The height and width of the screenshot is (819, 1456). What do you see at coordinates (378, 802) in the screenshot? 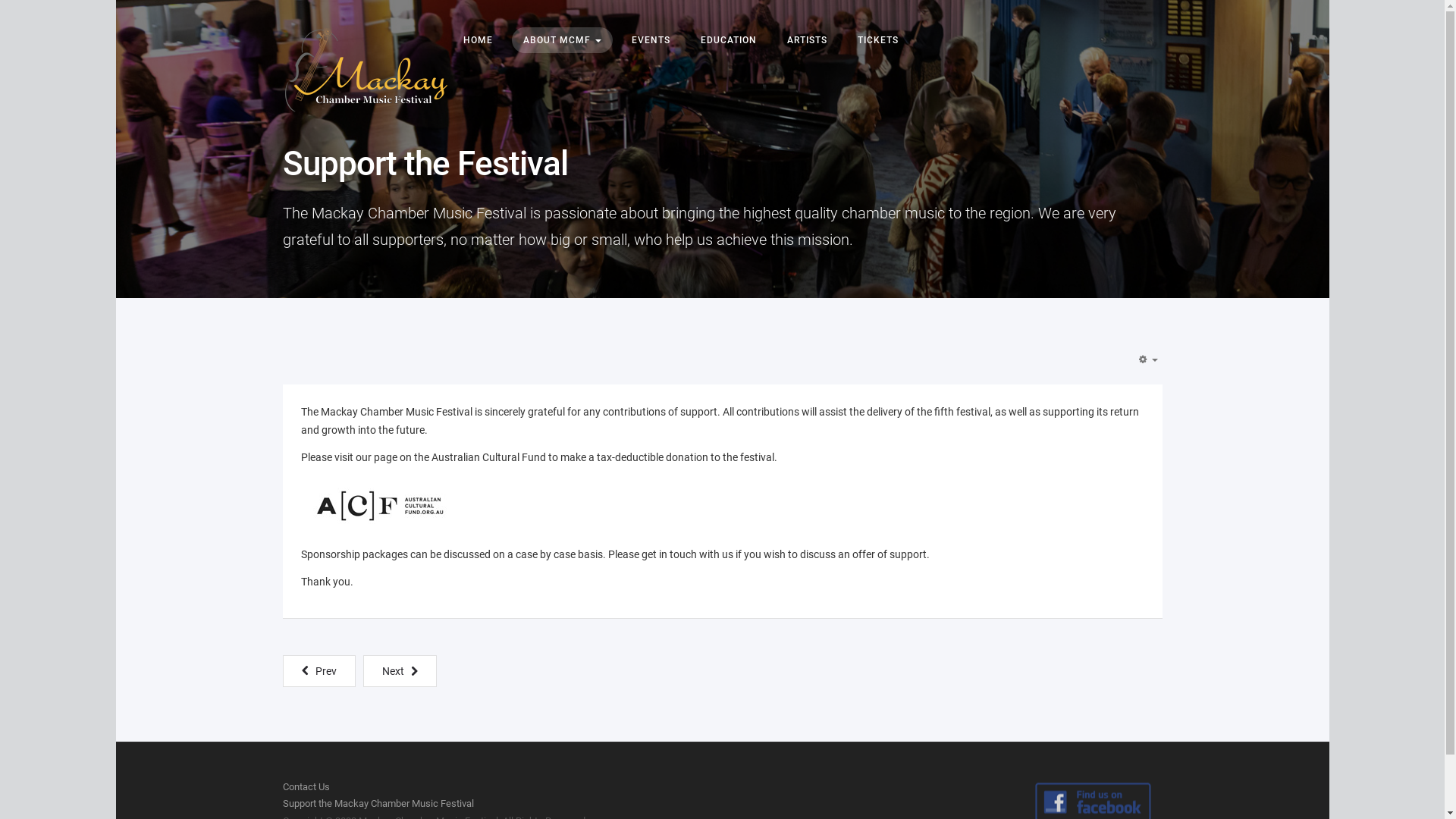
I see `'Support the Mackay Chamber Music Festival'` at bounding box center [378, 802].